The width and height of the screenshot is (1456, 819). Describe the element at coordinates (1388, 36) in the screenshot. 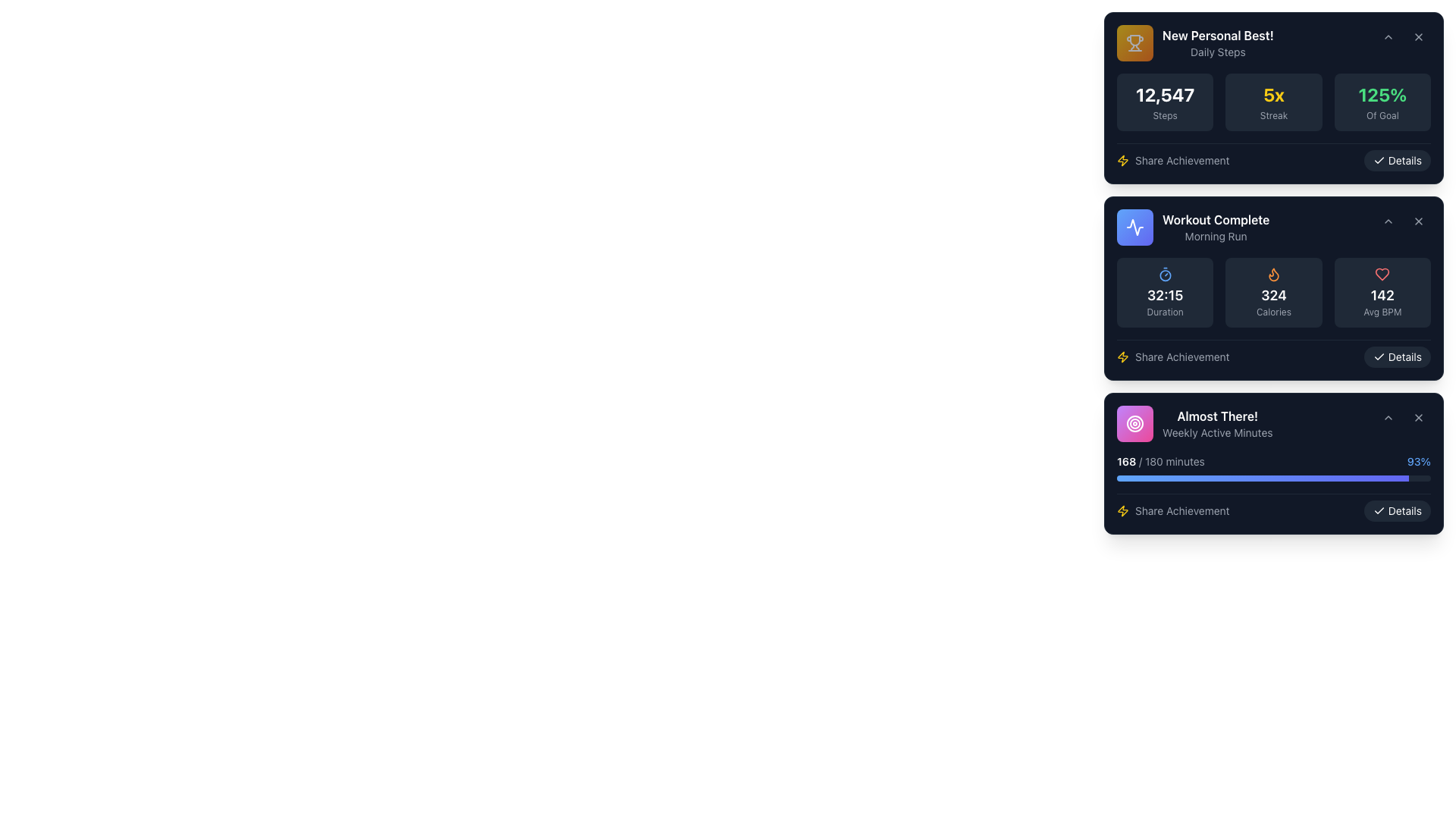

I see `the small, triangular icon styled with a downward-chevron shape located at the top-right corner of the 'New Personal Best!' module` at that location.